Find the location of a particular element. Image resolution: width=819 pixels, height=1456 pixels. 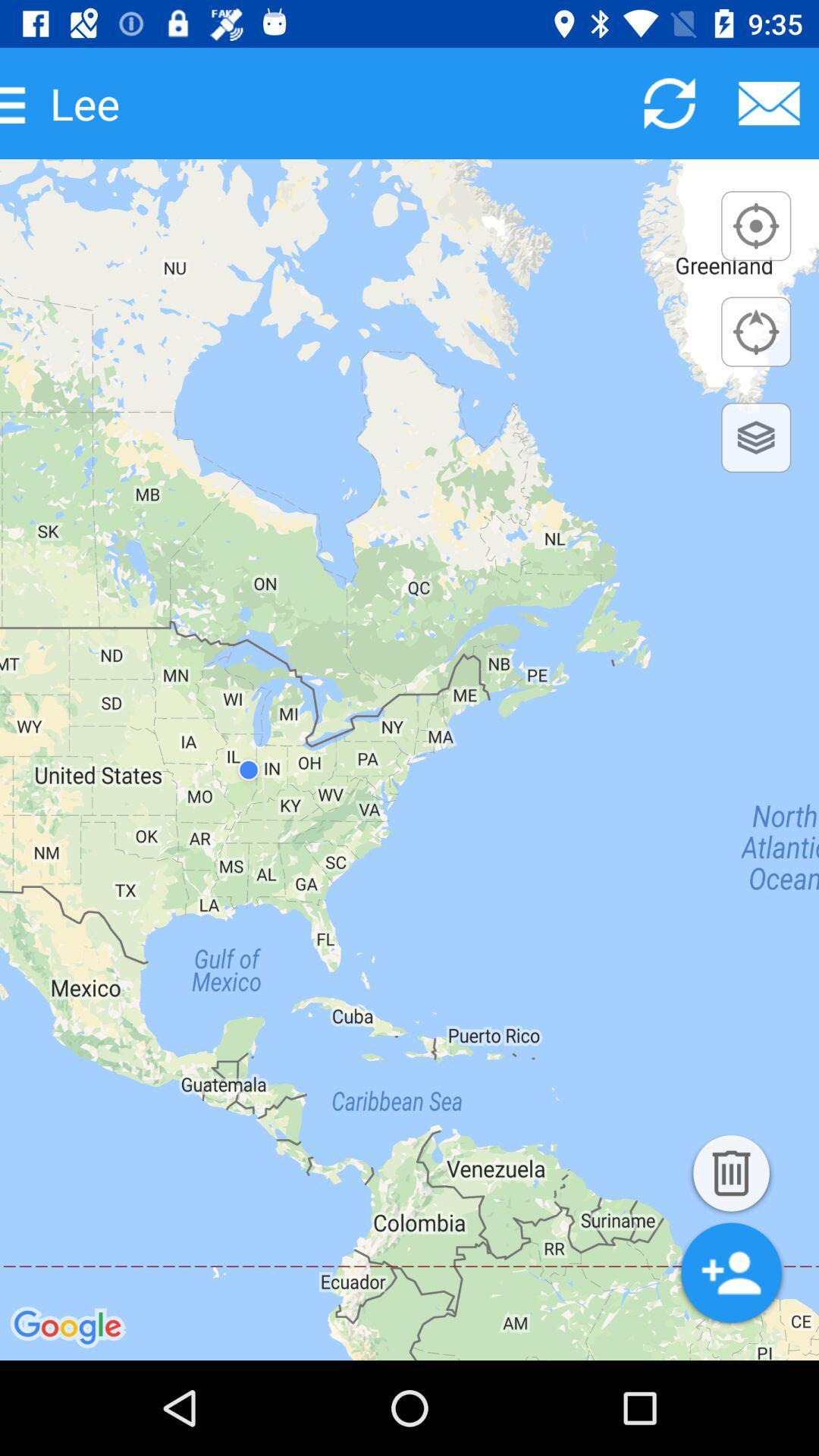

icon at the center is located at coordinates (409, 760).